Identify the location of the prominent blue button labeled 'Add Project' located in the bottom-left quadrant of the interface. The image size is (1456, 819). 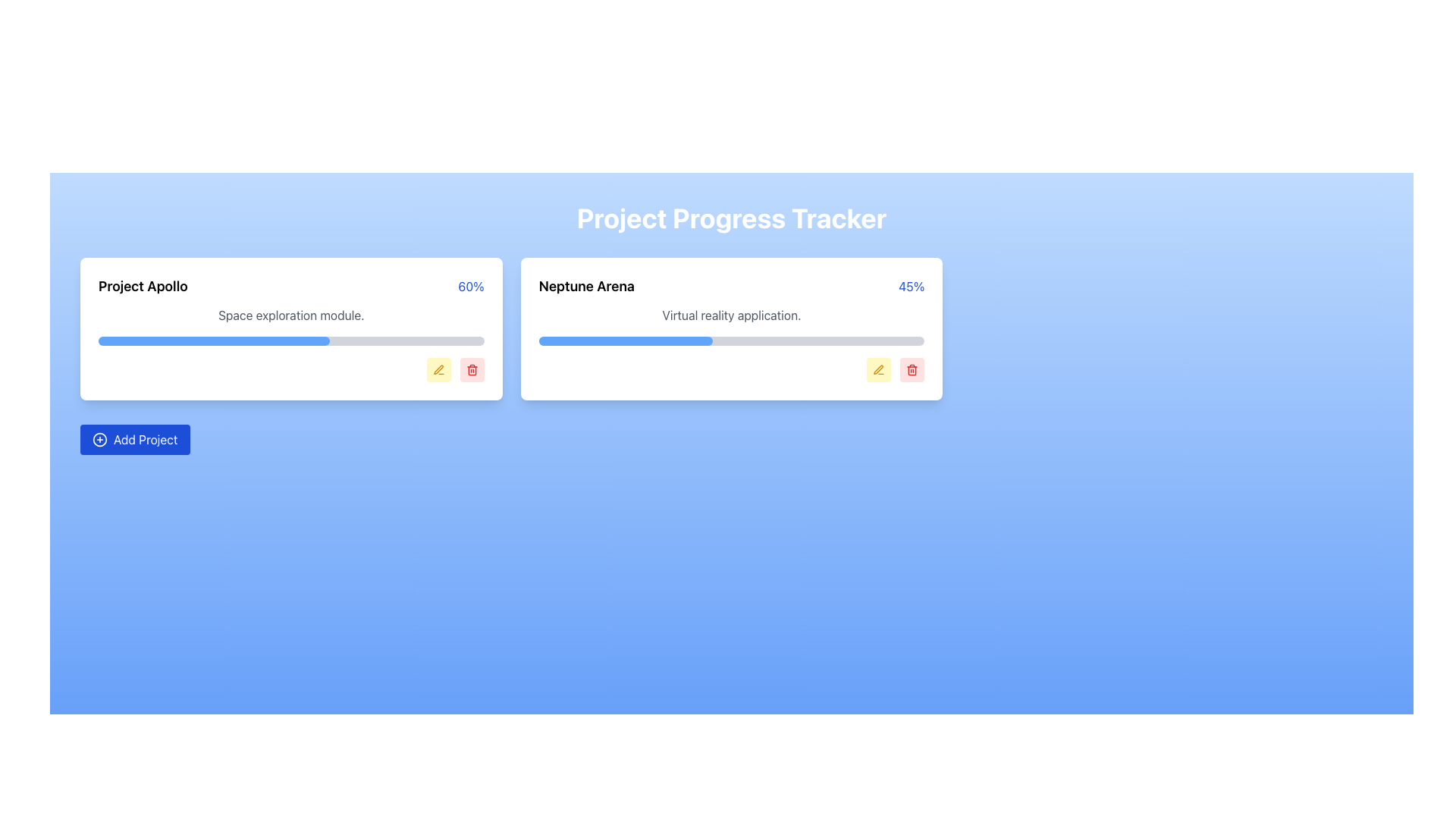
(135, 439).